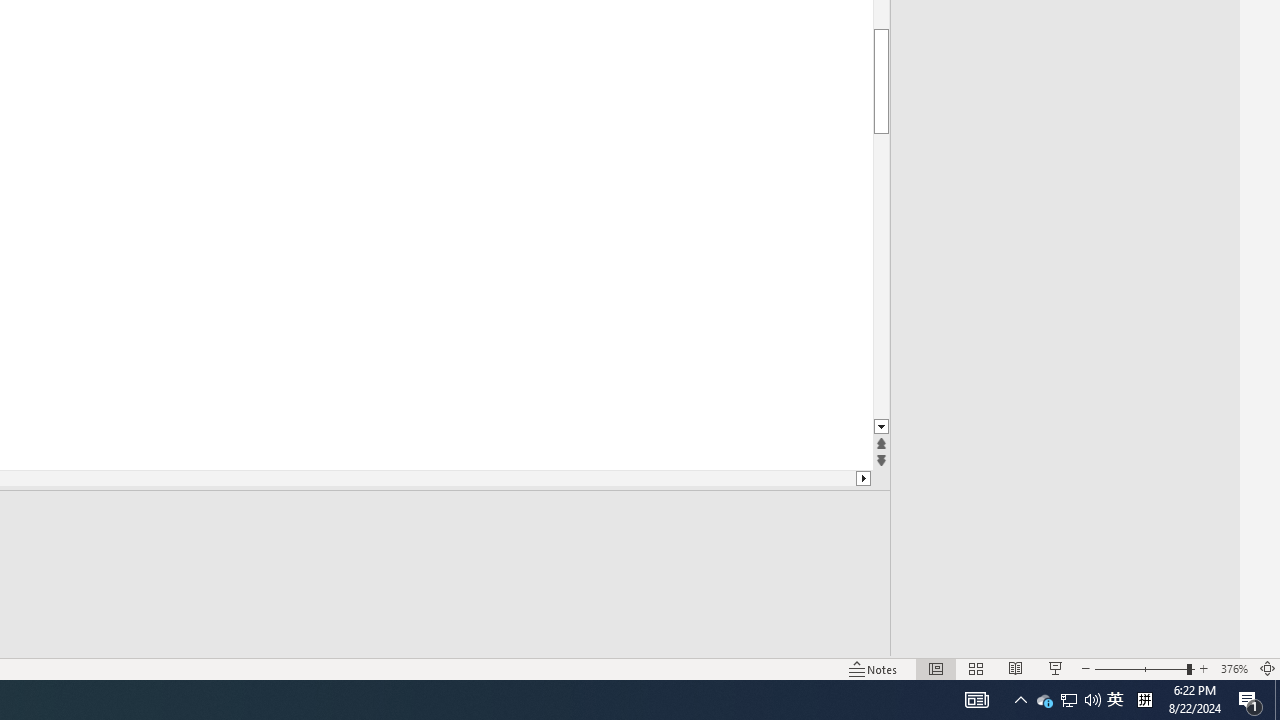  I want to click on 'Zoom 376%', so click(1233, 669).